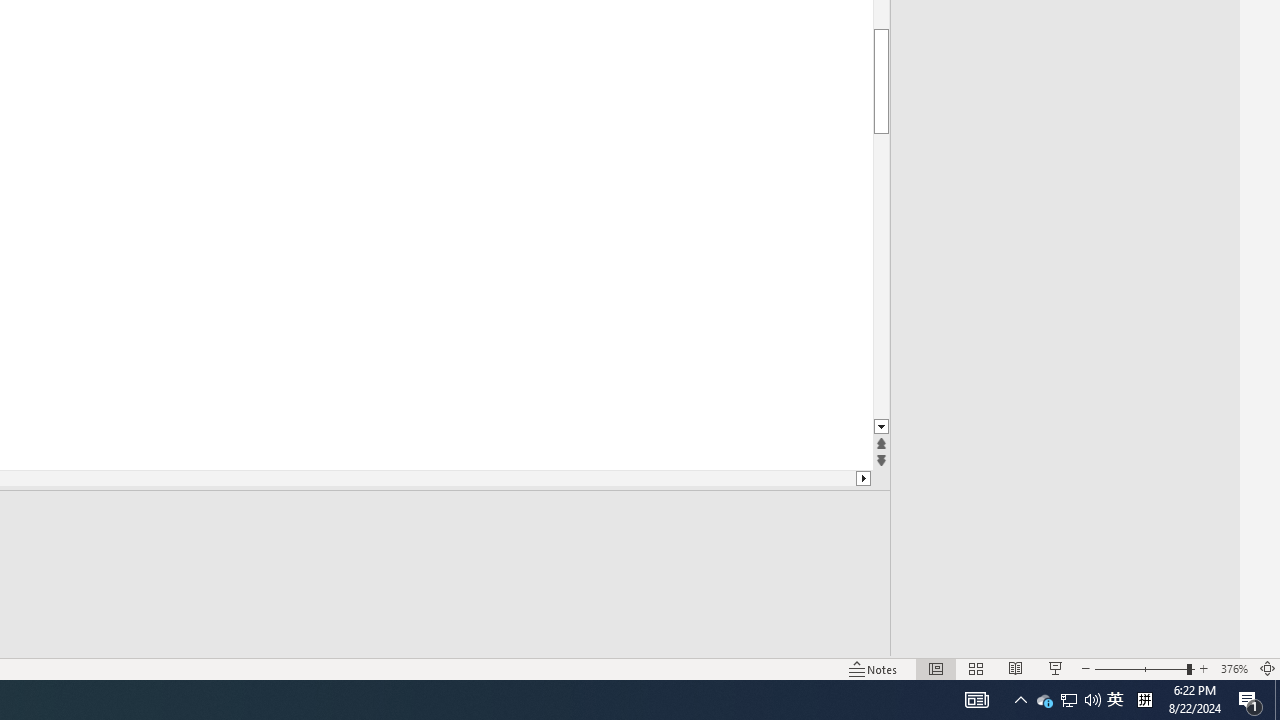  I want to click on 'Zoom 376%', so click(1233, 669).